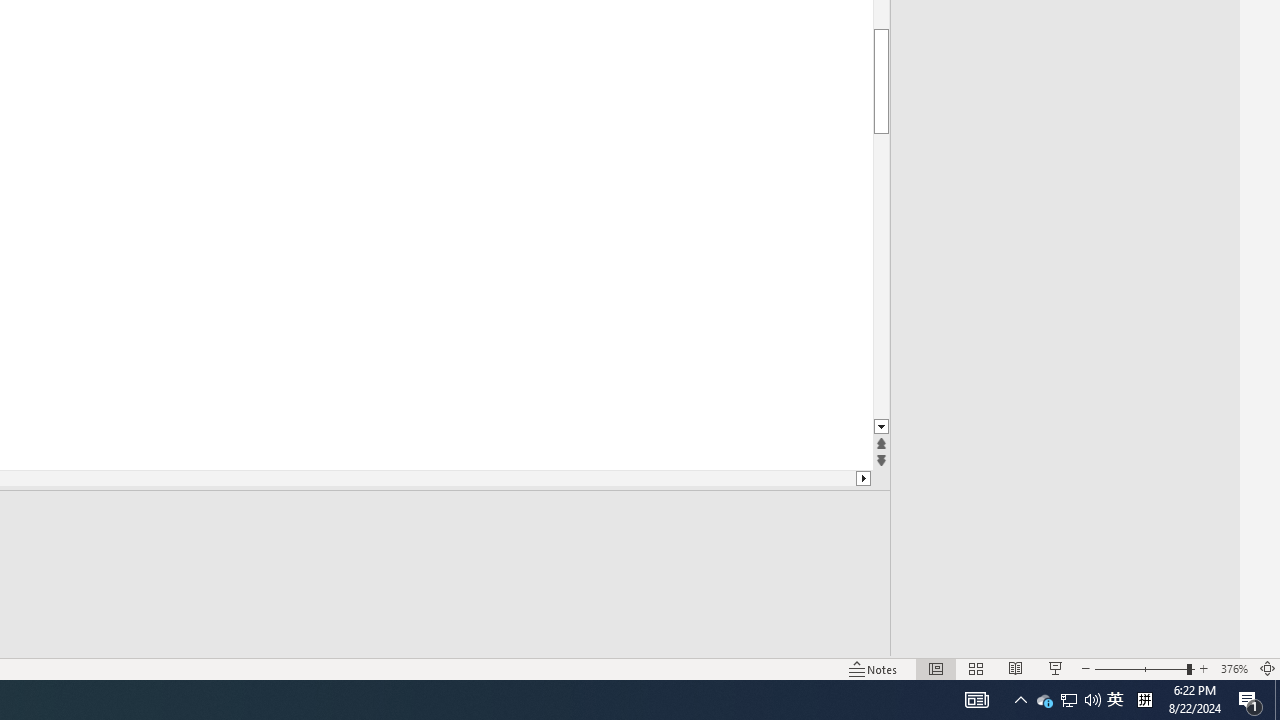  I want to click on 'Zoom 376%', so click(1233, 669).